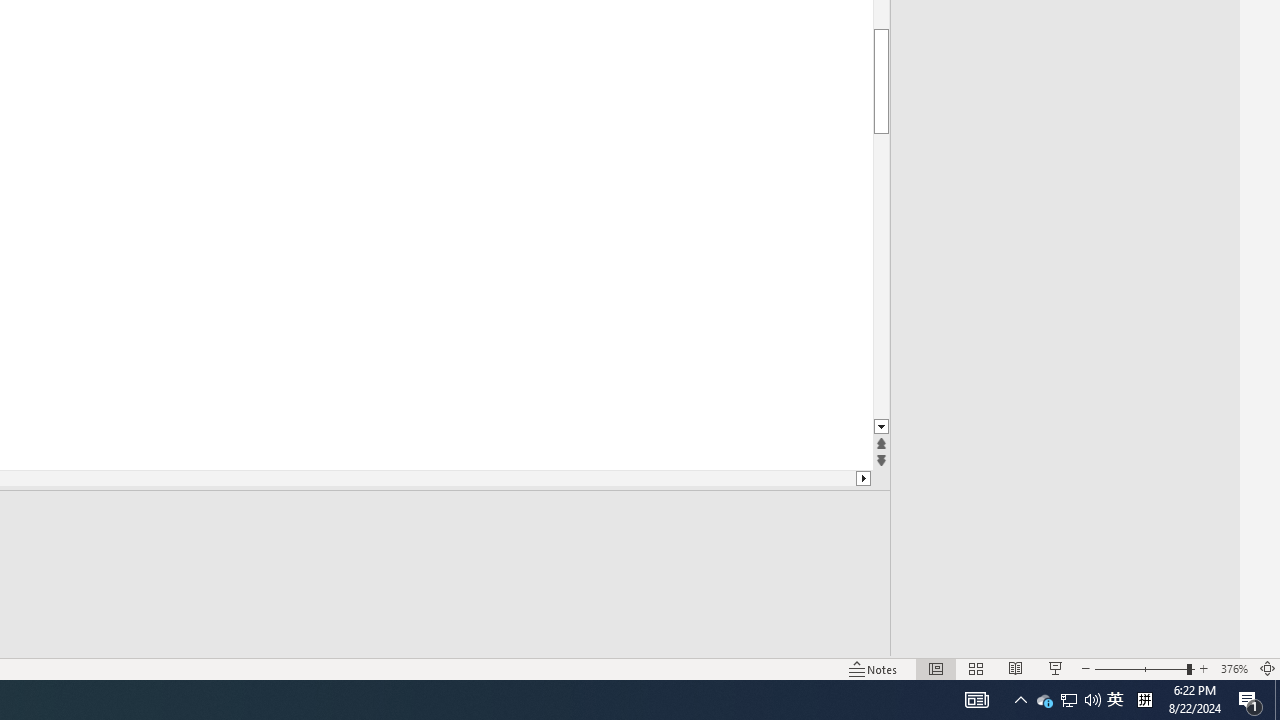  I want to click on 'Zoom 376%', so click(1233, 669).